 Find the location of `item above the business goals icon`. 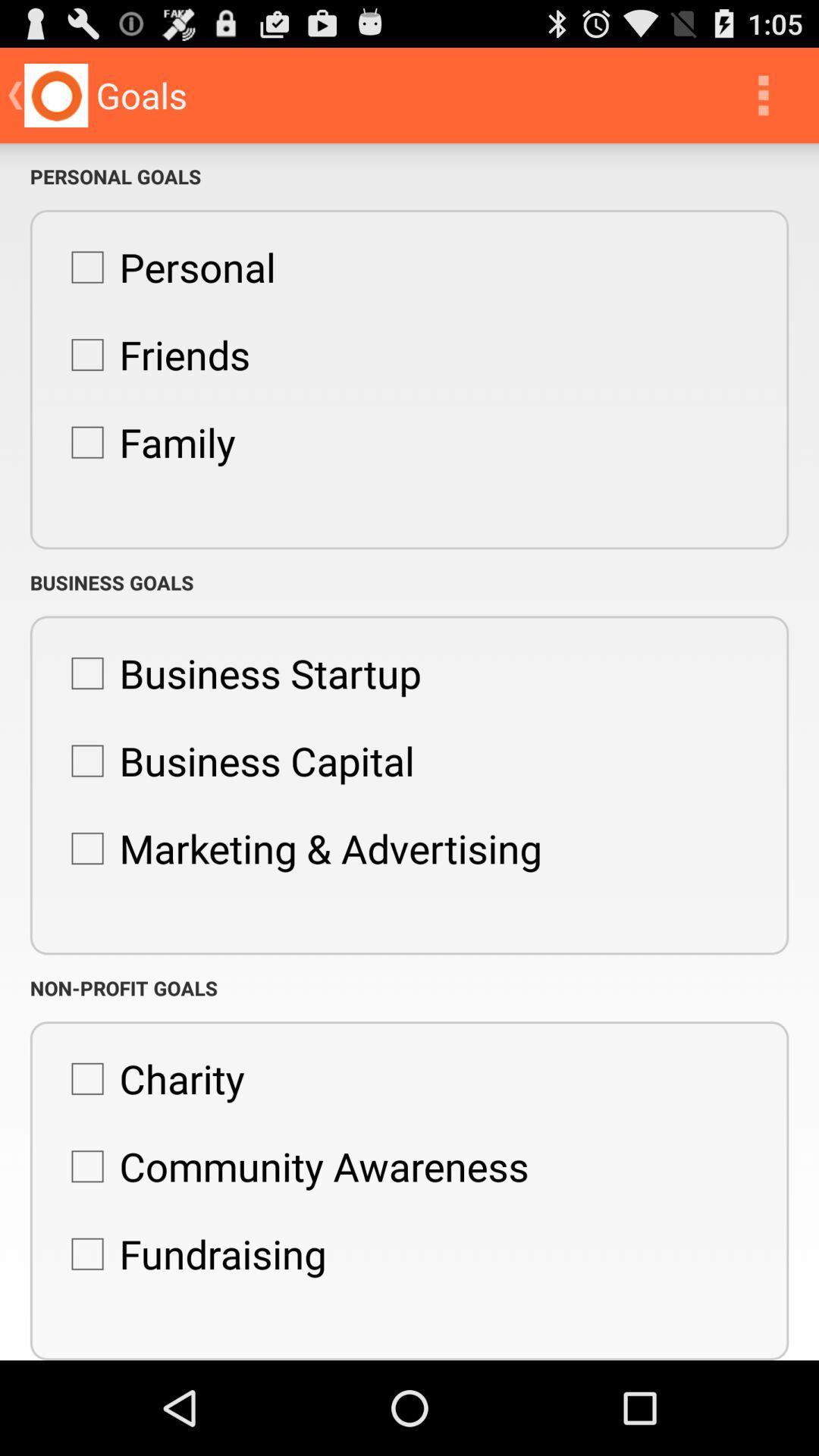

item above the business goals icon is located at coordinates (146, 441).